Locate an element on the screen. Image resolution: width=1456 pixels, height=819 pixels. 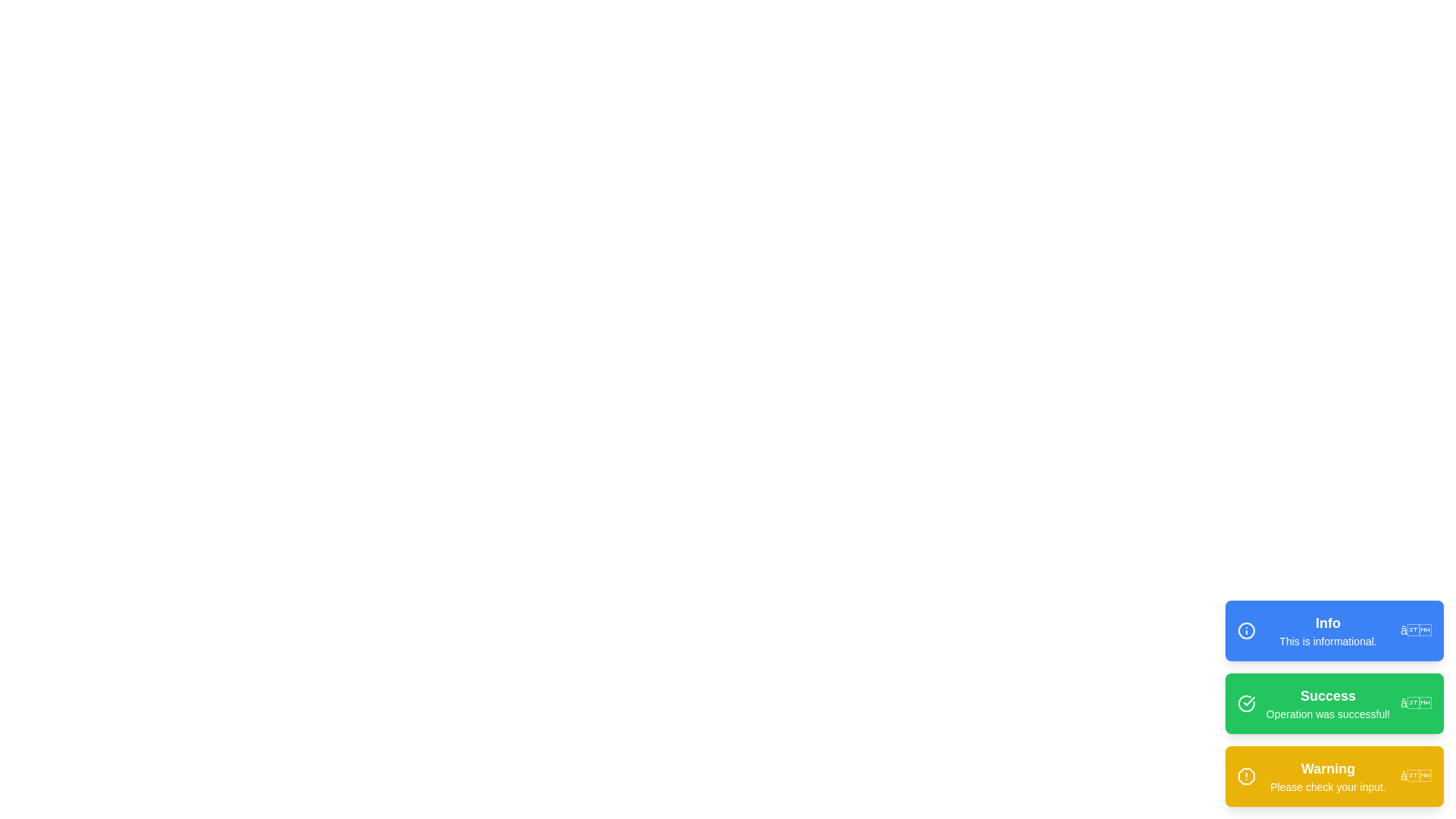
the close button (cross icon) on the notification box is located at coordinates (1415, 631).